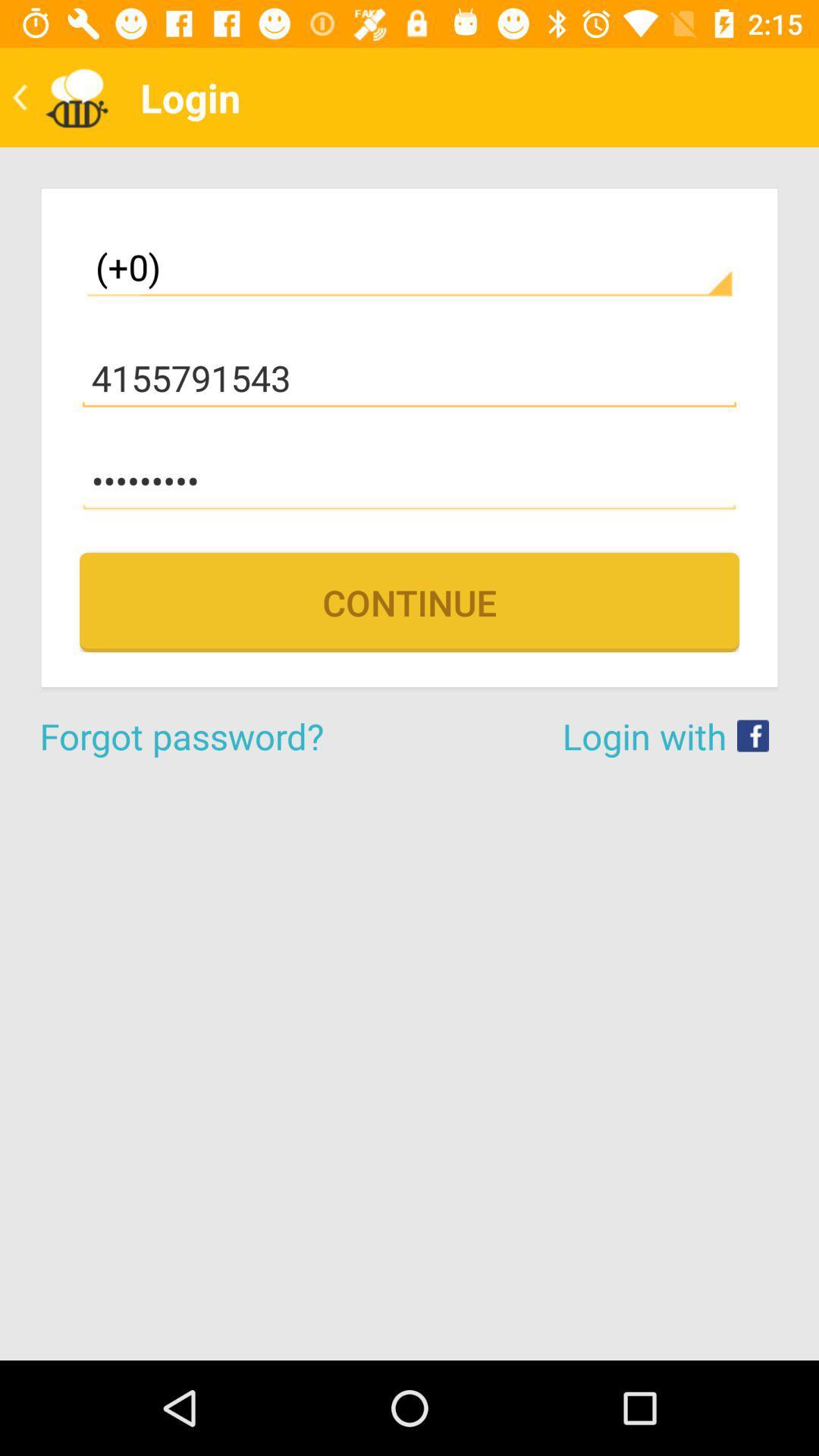 This screenshot has width=819, height=1456. Describe the element at coordinates (409, 378) in the screenshot. I see `the 4155791543 icon` at that location.